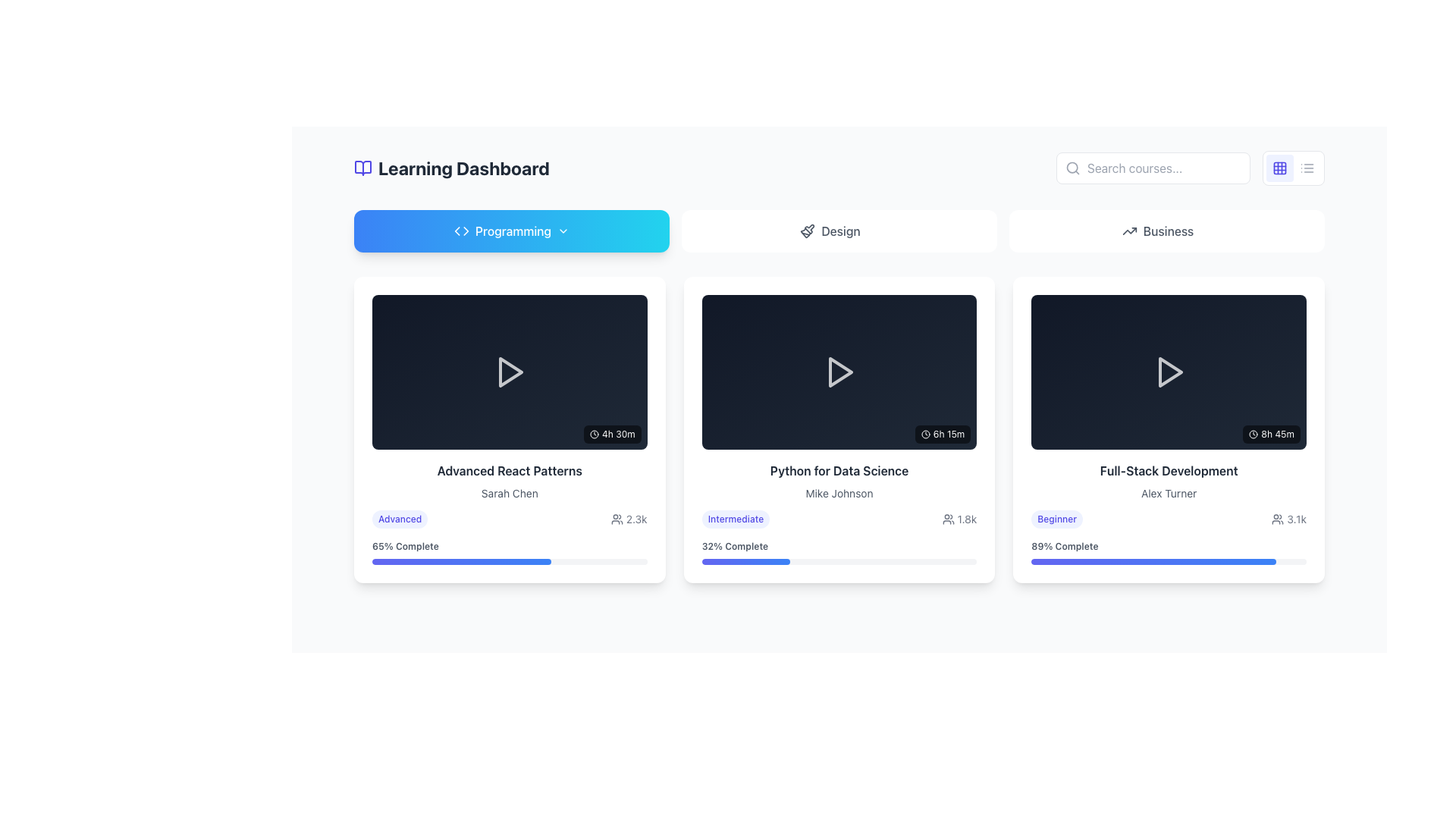 This screenshot has height=819, width=1456. Describe the element at coordinates (1072, 168) in the screenshot. I see `the circular centerpiece of the magnifying glass icon located in the top-right corner of the user interface, next to the course search input field` at that location.